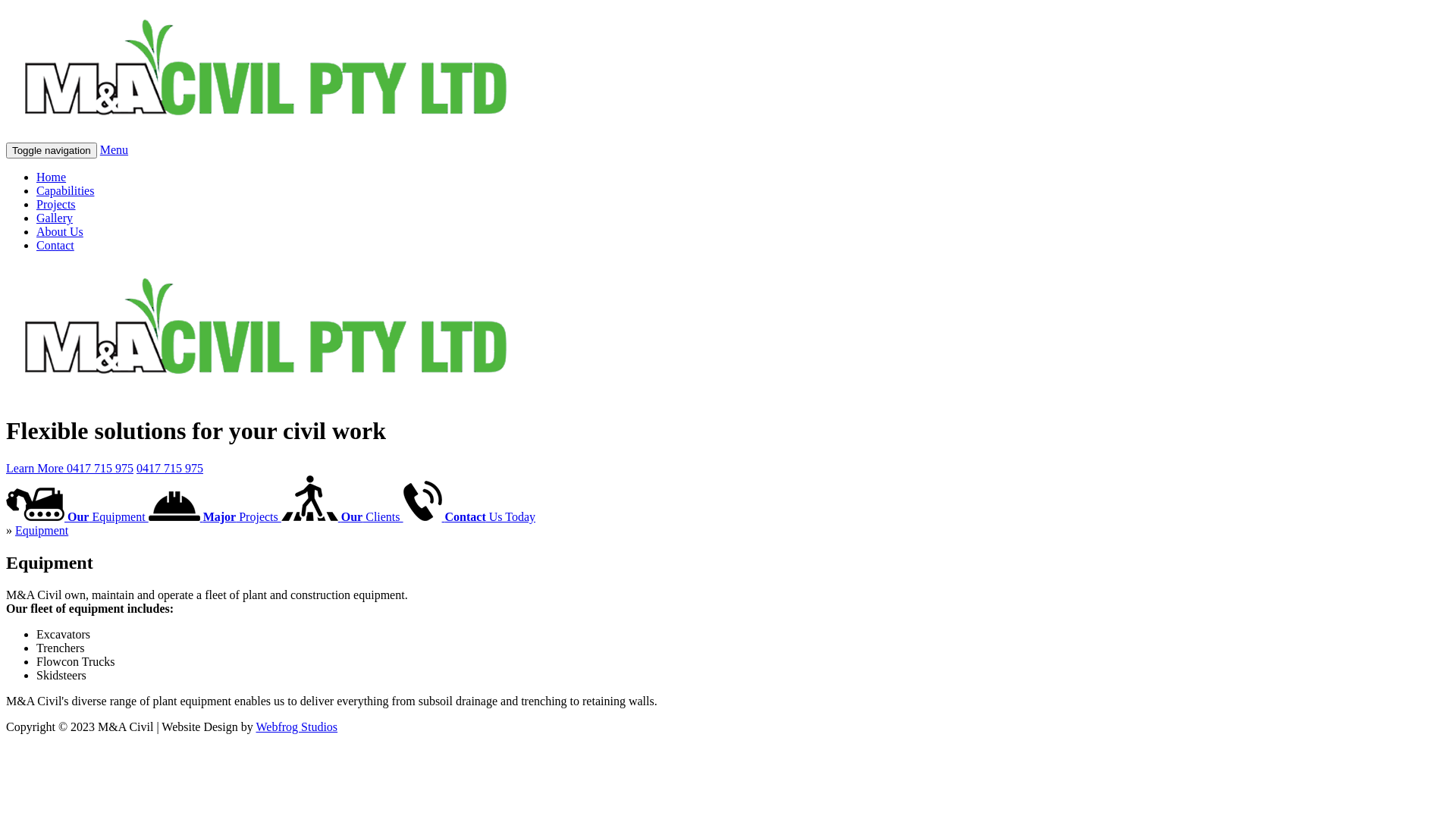  Describe the element at coordinates (469, 516) in the screenshot. I see `'Contact Us Today'` at that location.